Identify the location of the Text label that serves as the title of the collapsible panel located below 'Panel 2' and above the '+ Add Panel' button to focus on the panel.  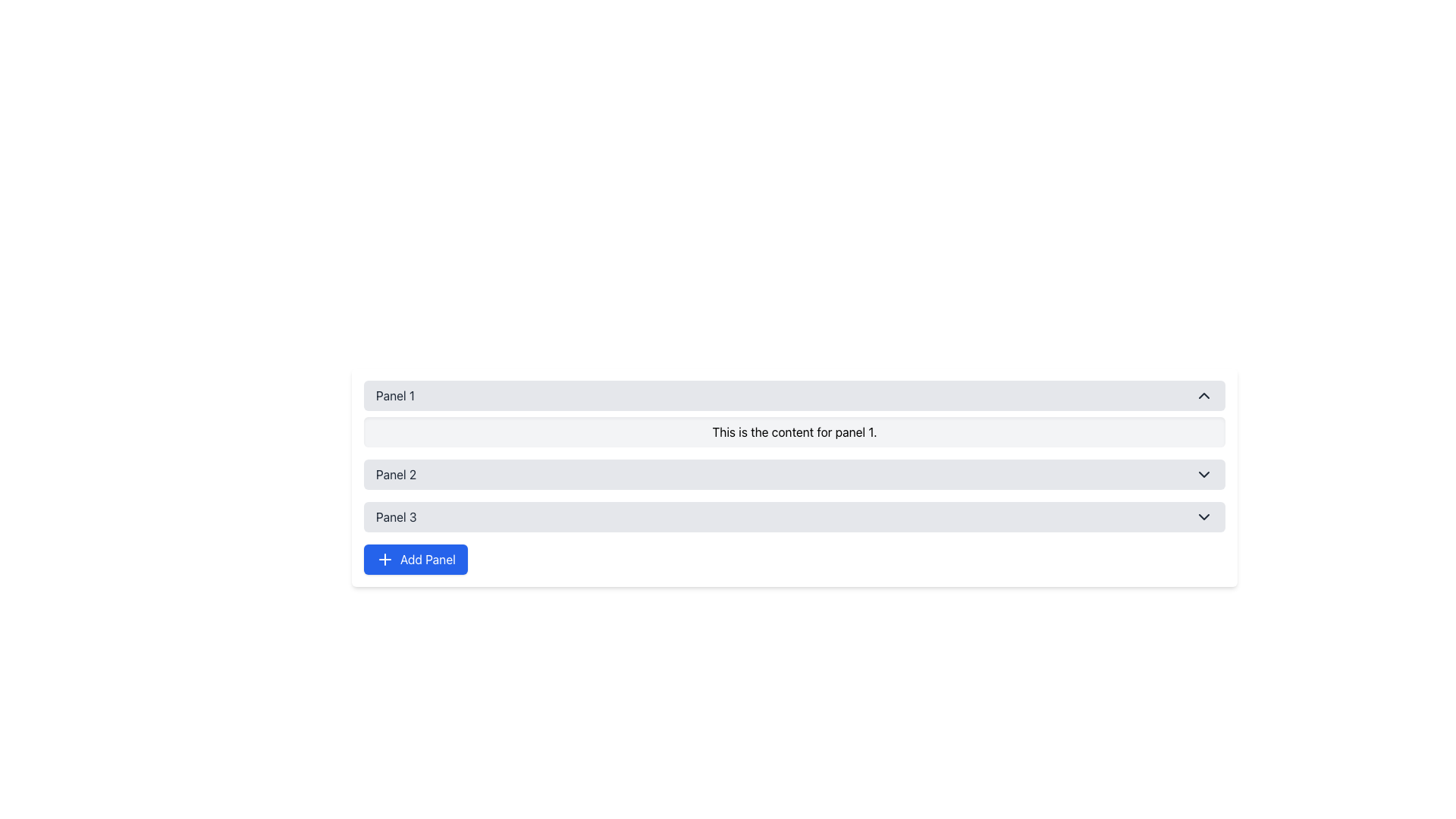
(396, 516).